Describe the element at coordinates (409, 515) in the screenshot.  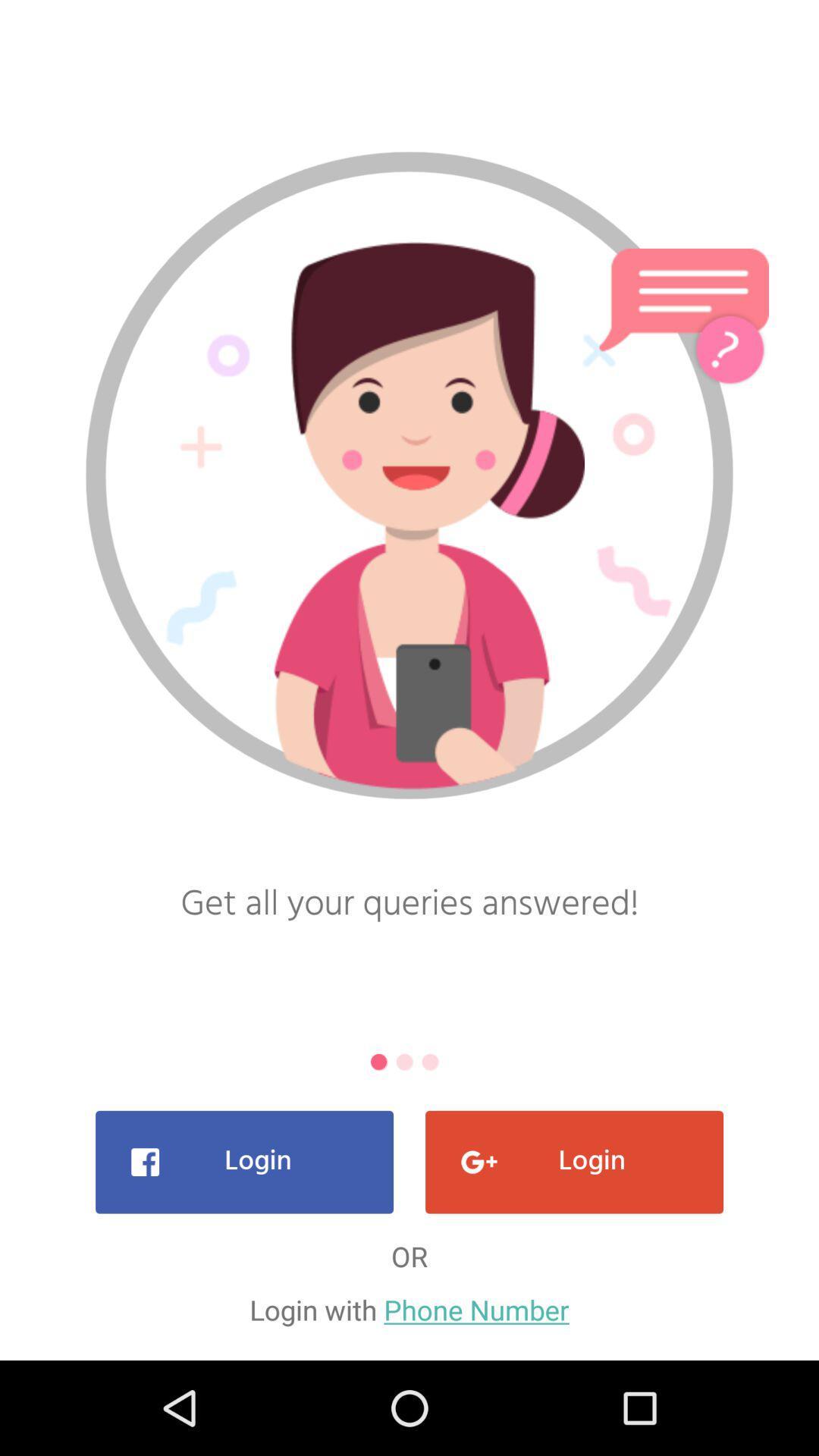
I see `the image` at that location.